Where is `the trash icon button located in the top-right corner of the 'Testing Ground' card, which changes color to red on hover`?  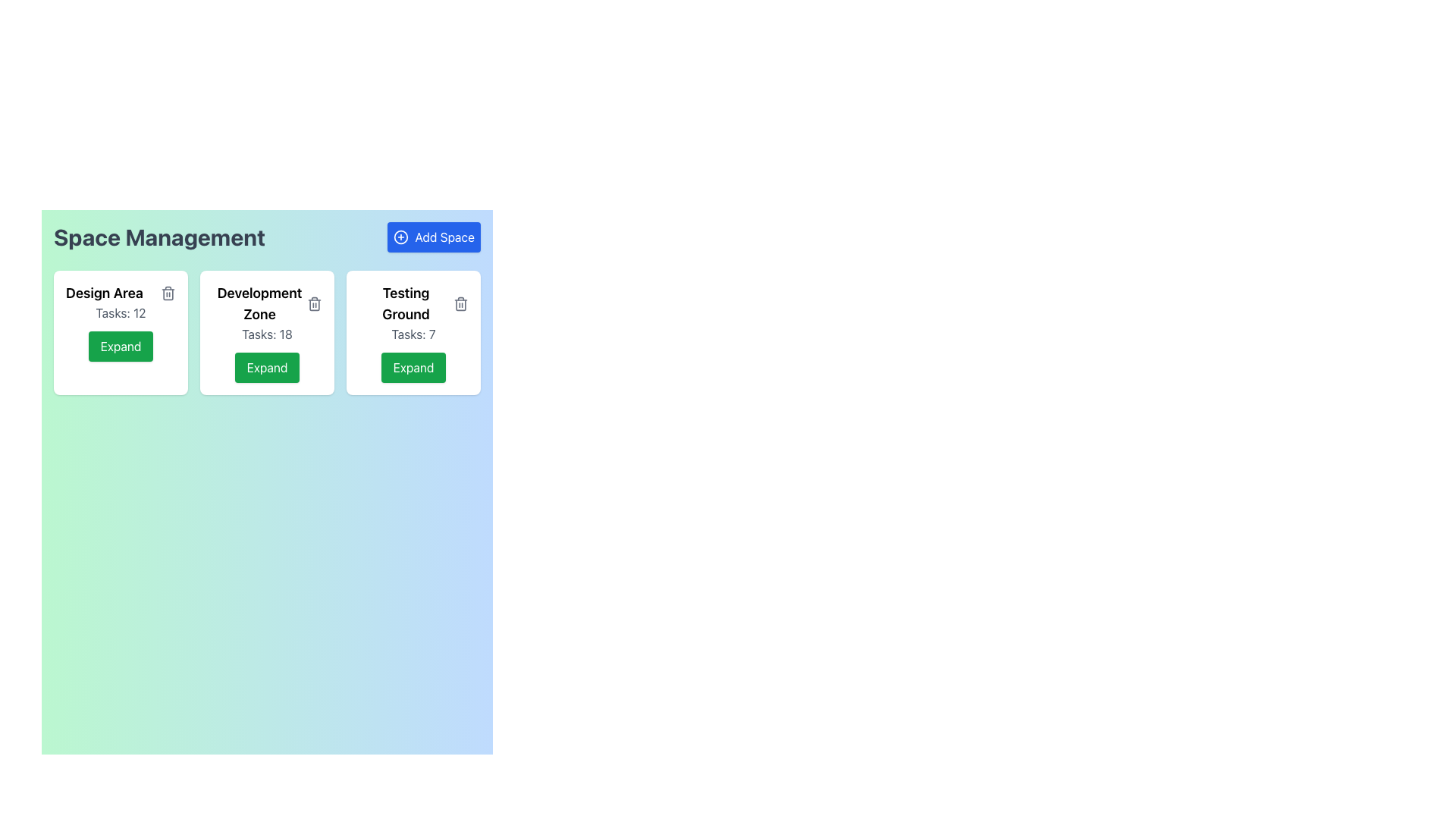
the trash icon button located in the top-right corner of the 'Testing Ground' card, which changes color to red on hover is located at coordinates (460, 304).